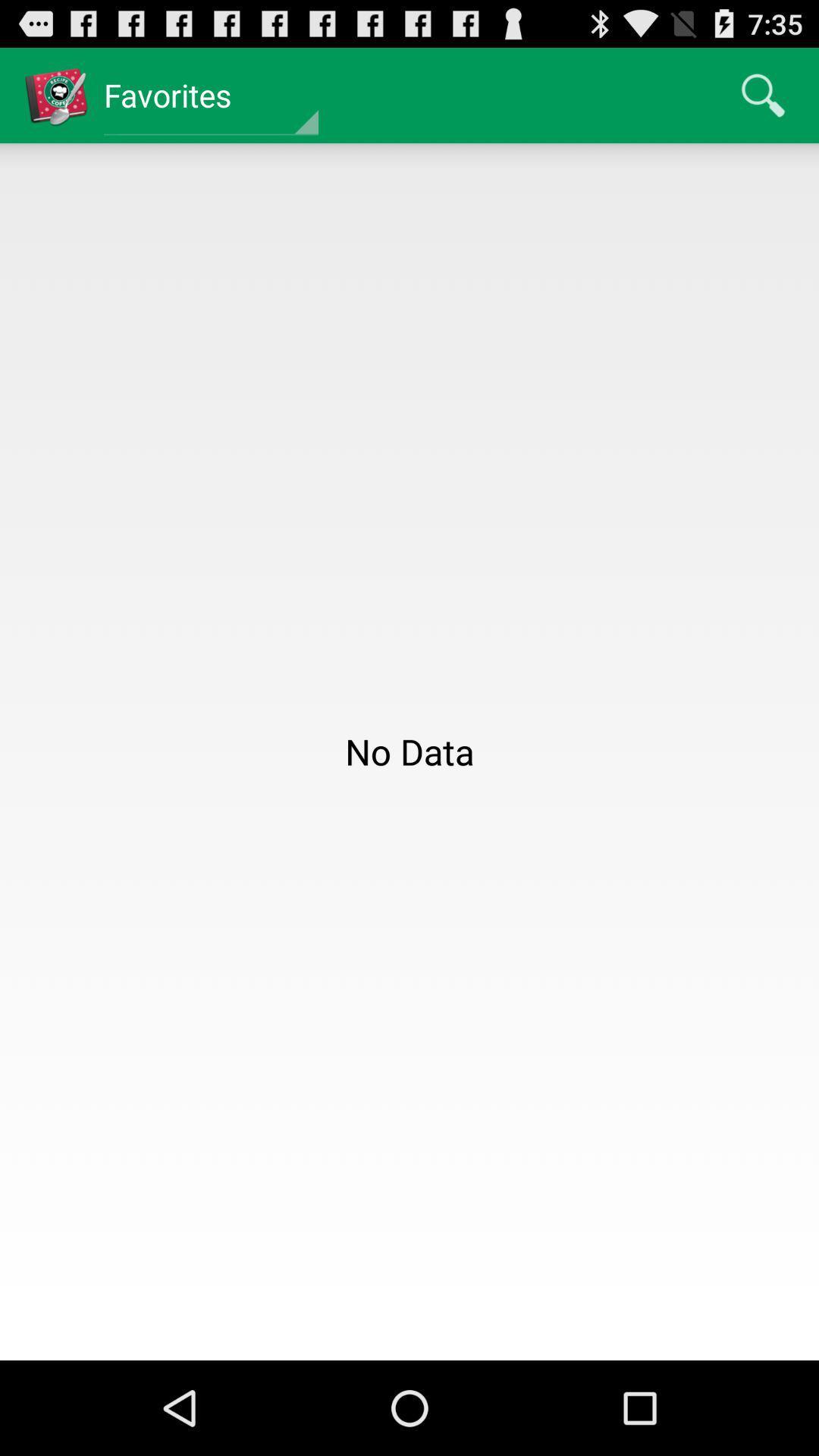  Describe the element at coordinates (763, 94) in the screenshot. I see `the item above the no data app` at that location.